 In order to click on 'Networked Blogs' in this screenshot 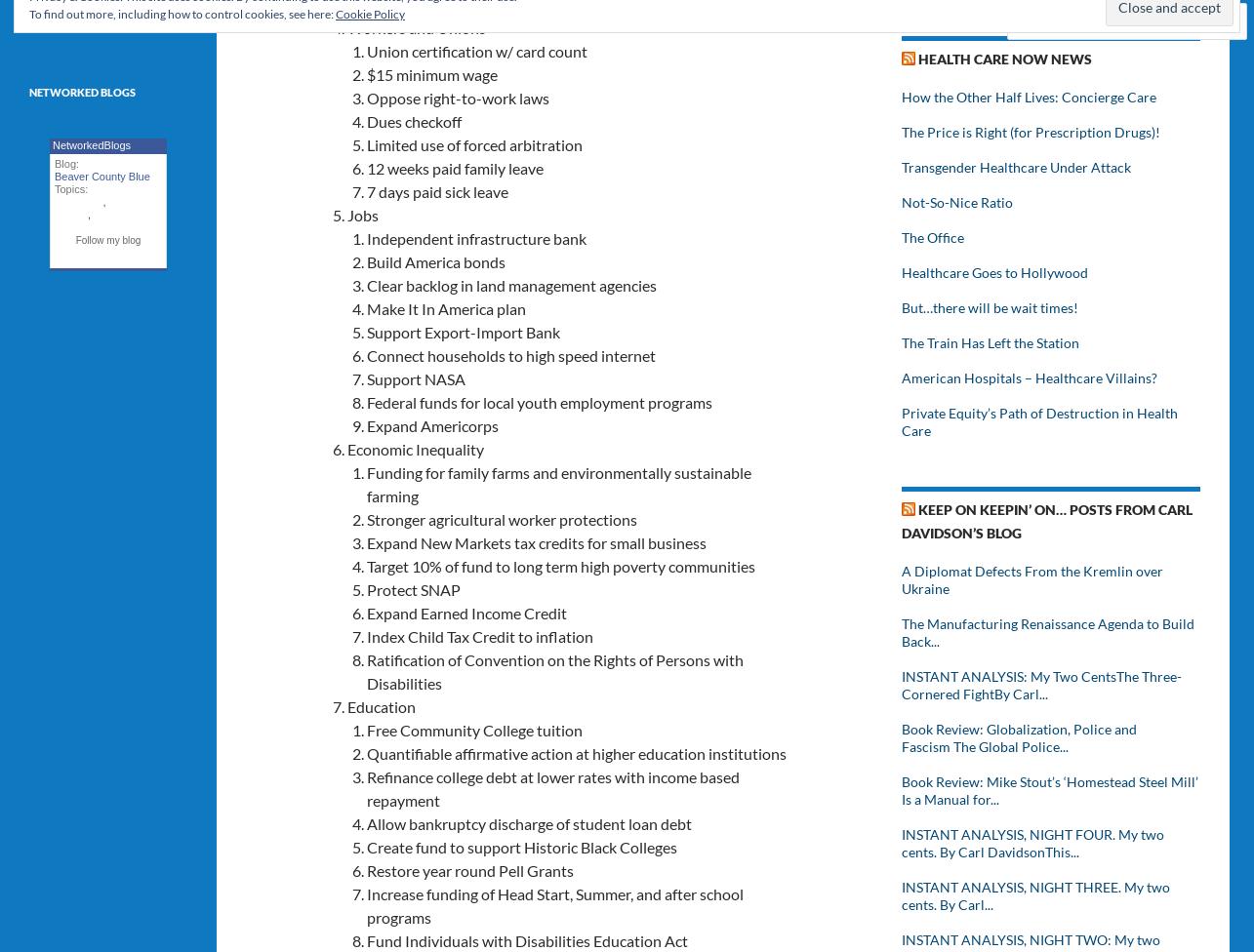, I will do `click(82, 92)`.